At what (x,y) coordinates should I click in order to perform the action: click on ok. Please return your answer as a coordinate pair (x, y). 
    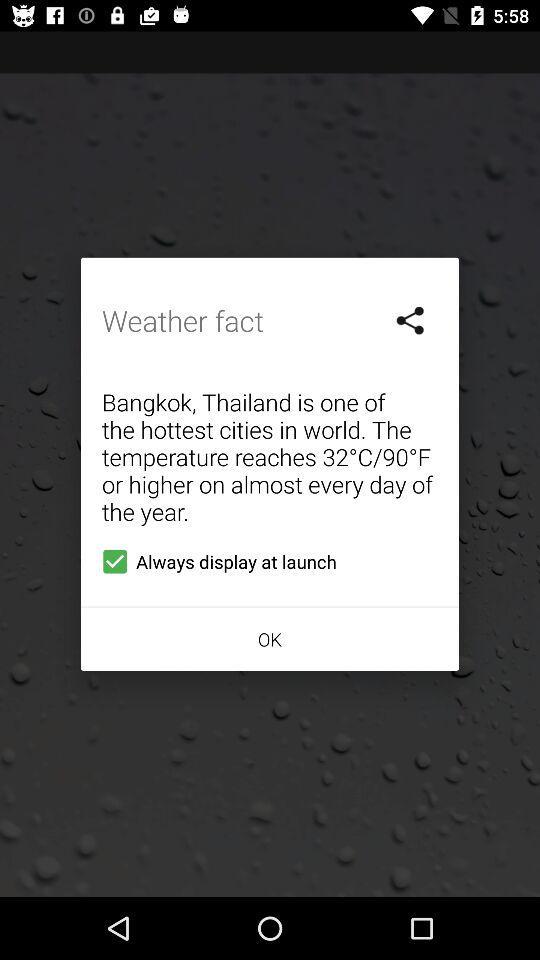
    Looking at the image, I should click on (270, 638).